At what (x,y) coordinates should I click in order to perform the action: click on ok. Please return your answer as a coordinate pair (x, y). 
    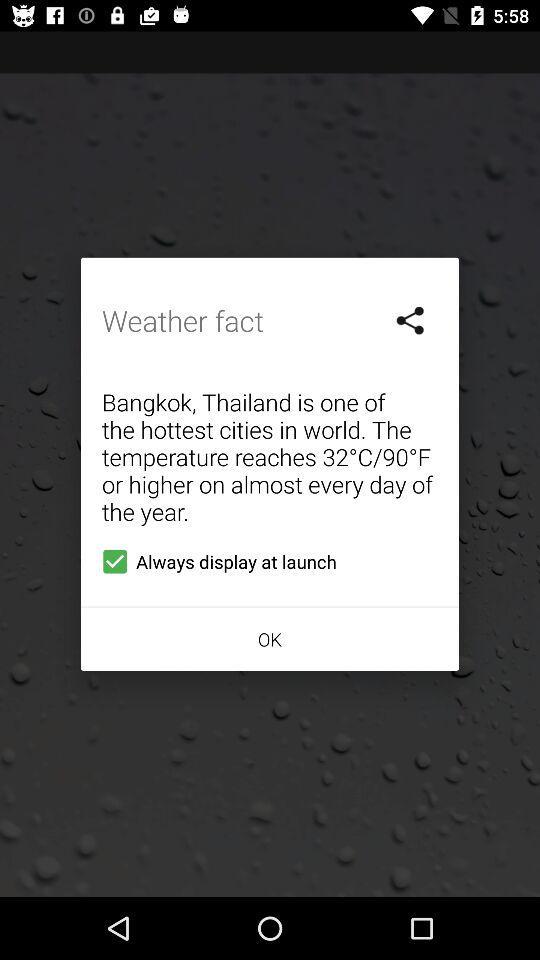
    Looking at the image, I should click on (270, 638).